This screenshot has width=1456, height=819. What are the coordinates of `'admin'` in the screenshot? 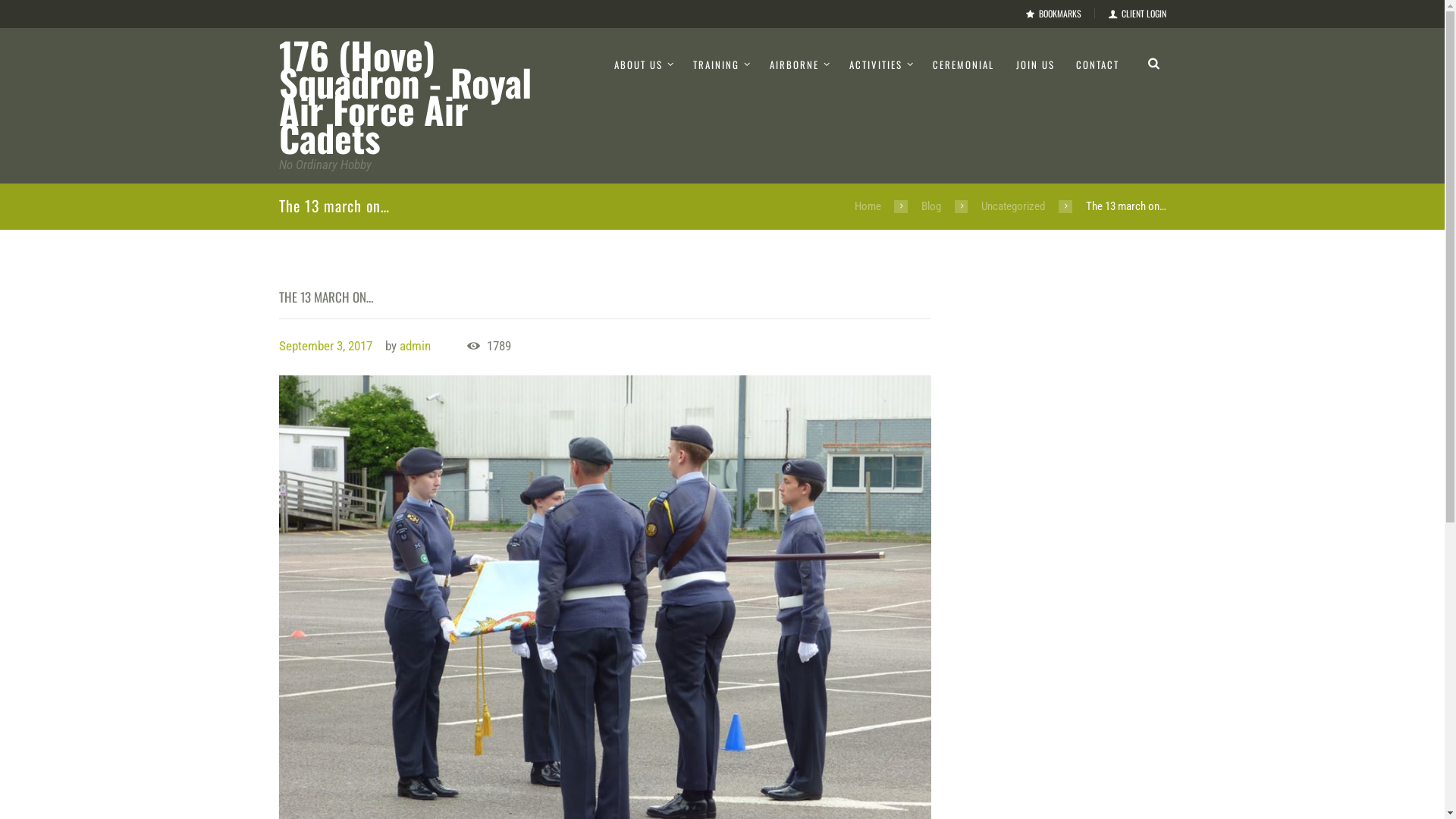 It's located at (415, 345).